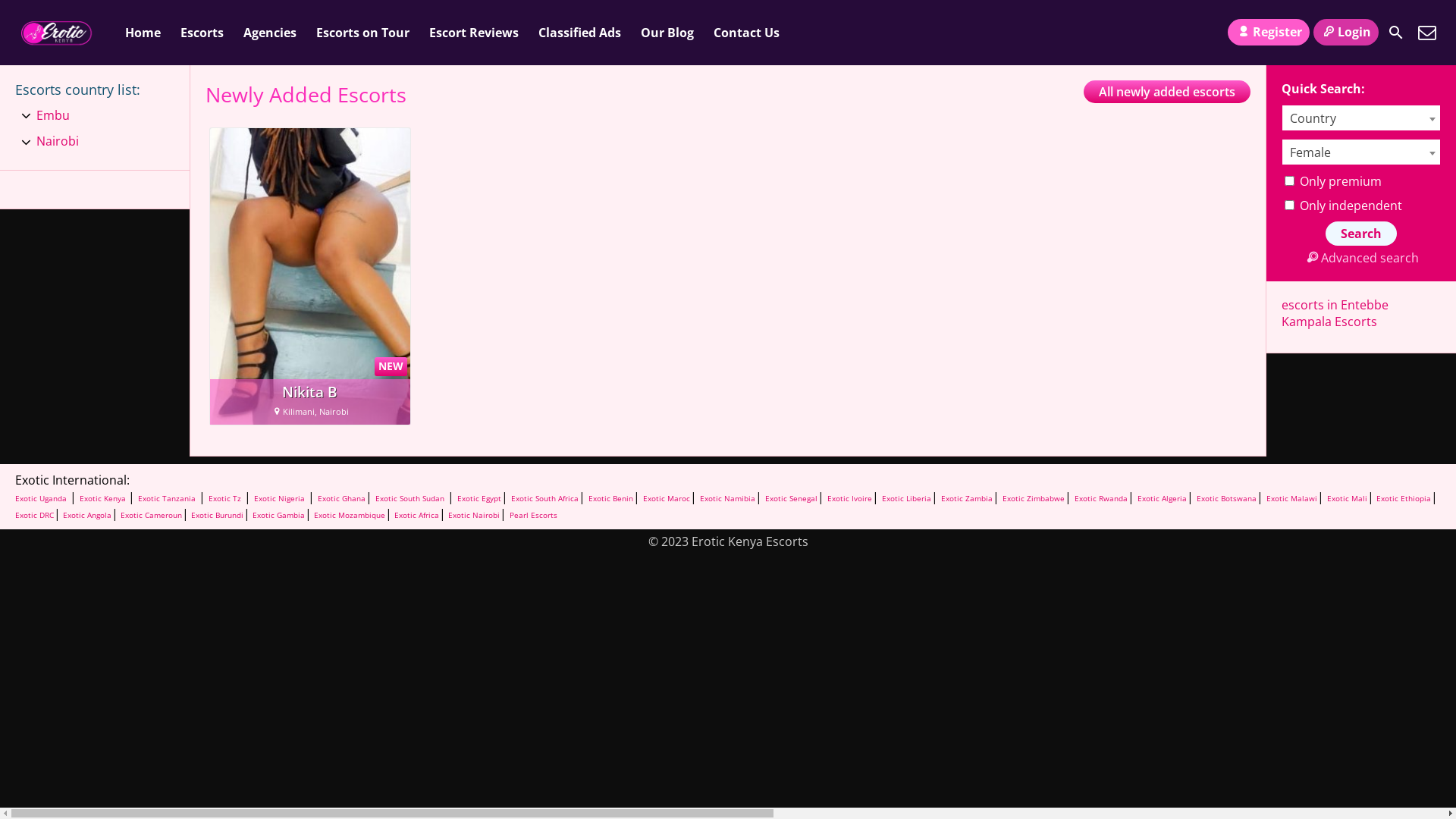  What do you see at coordinates (1335, 304) in the screenshot?
I see `'escorts in Entebbe'` at bounding box center [1335, 304].